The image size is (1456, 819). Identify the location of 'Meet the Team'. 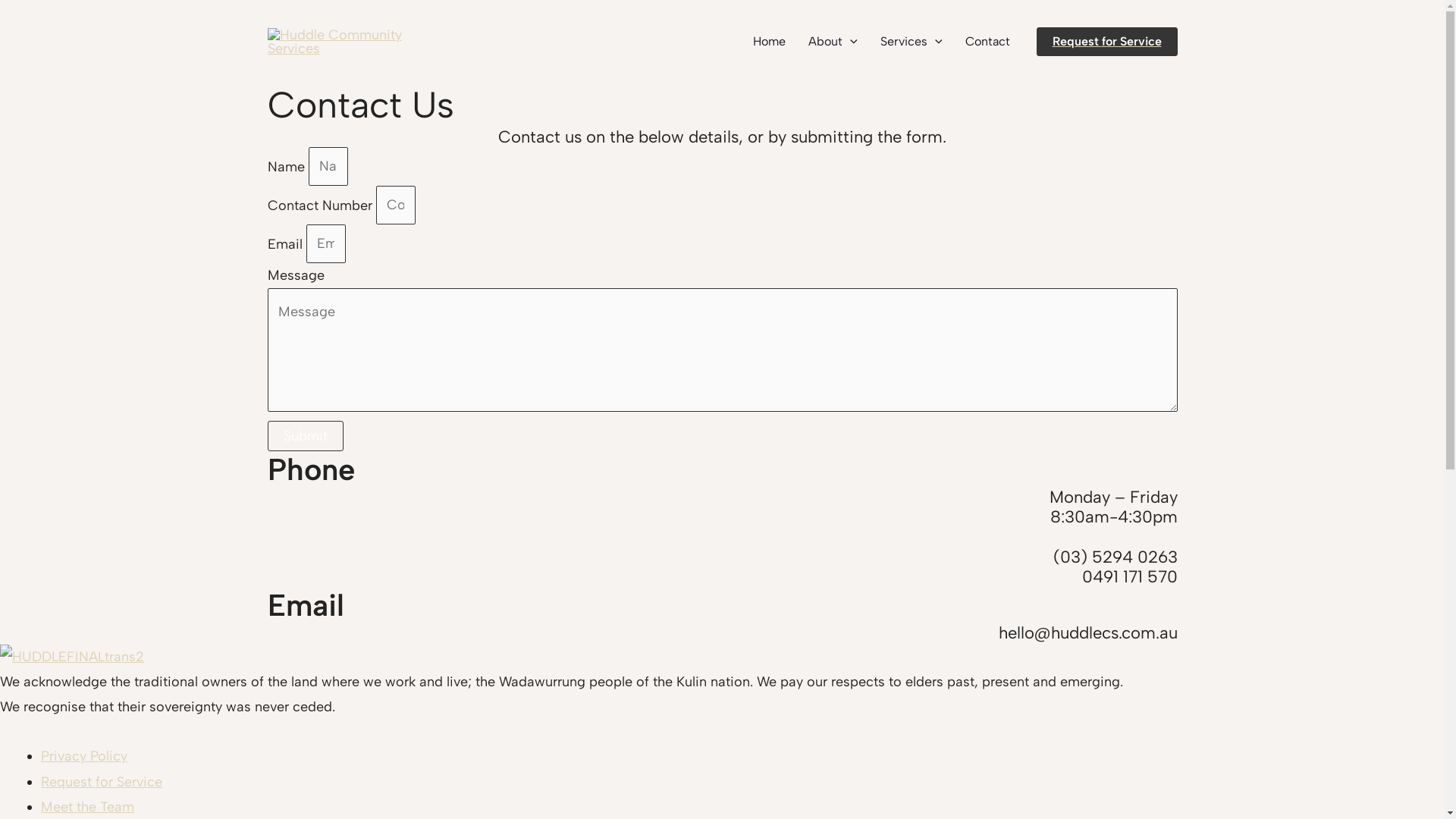
(86, 806).